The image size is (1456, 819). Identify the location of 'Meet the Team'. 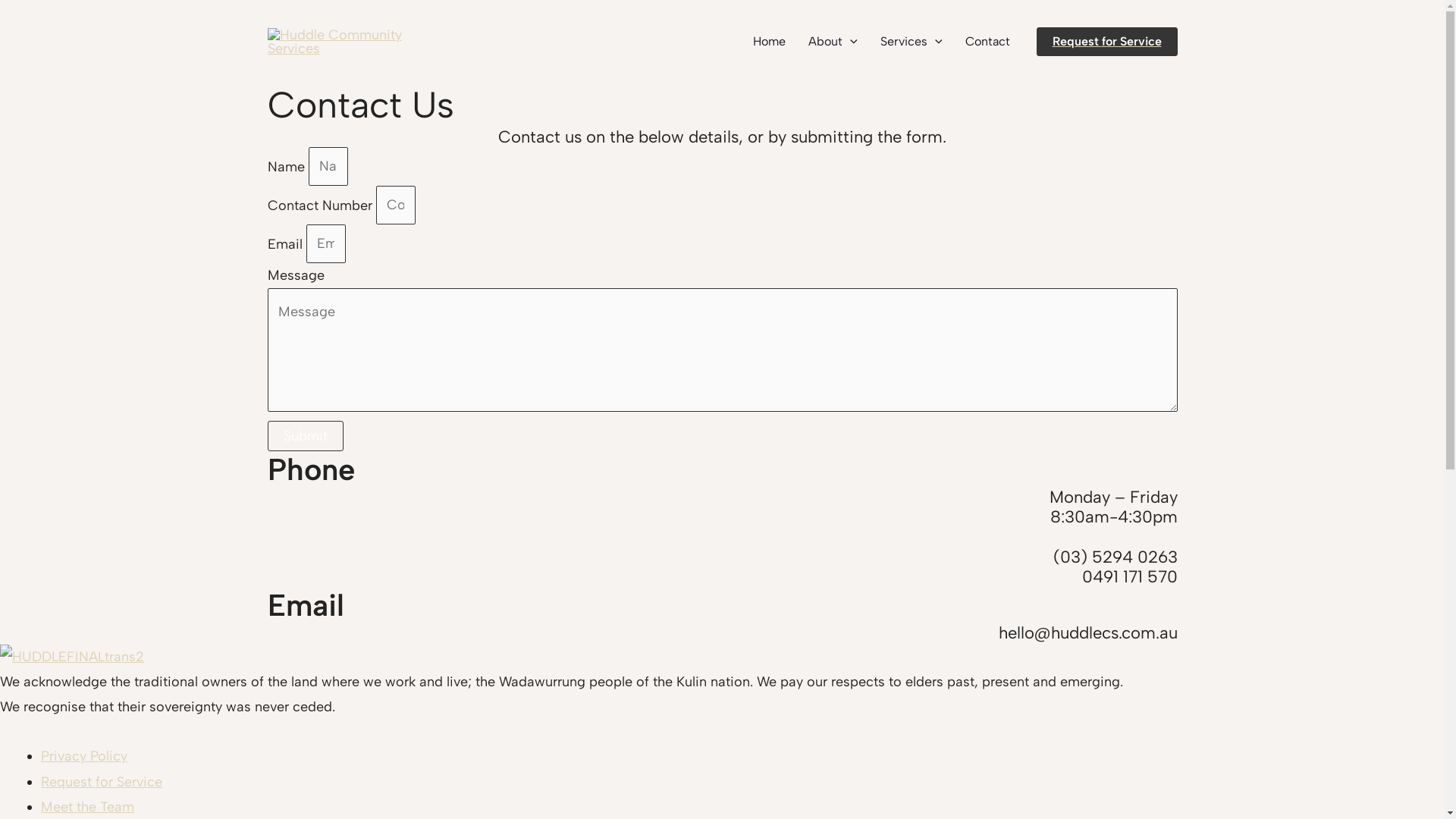
(86, 806).